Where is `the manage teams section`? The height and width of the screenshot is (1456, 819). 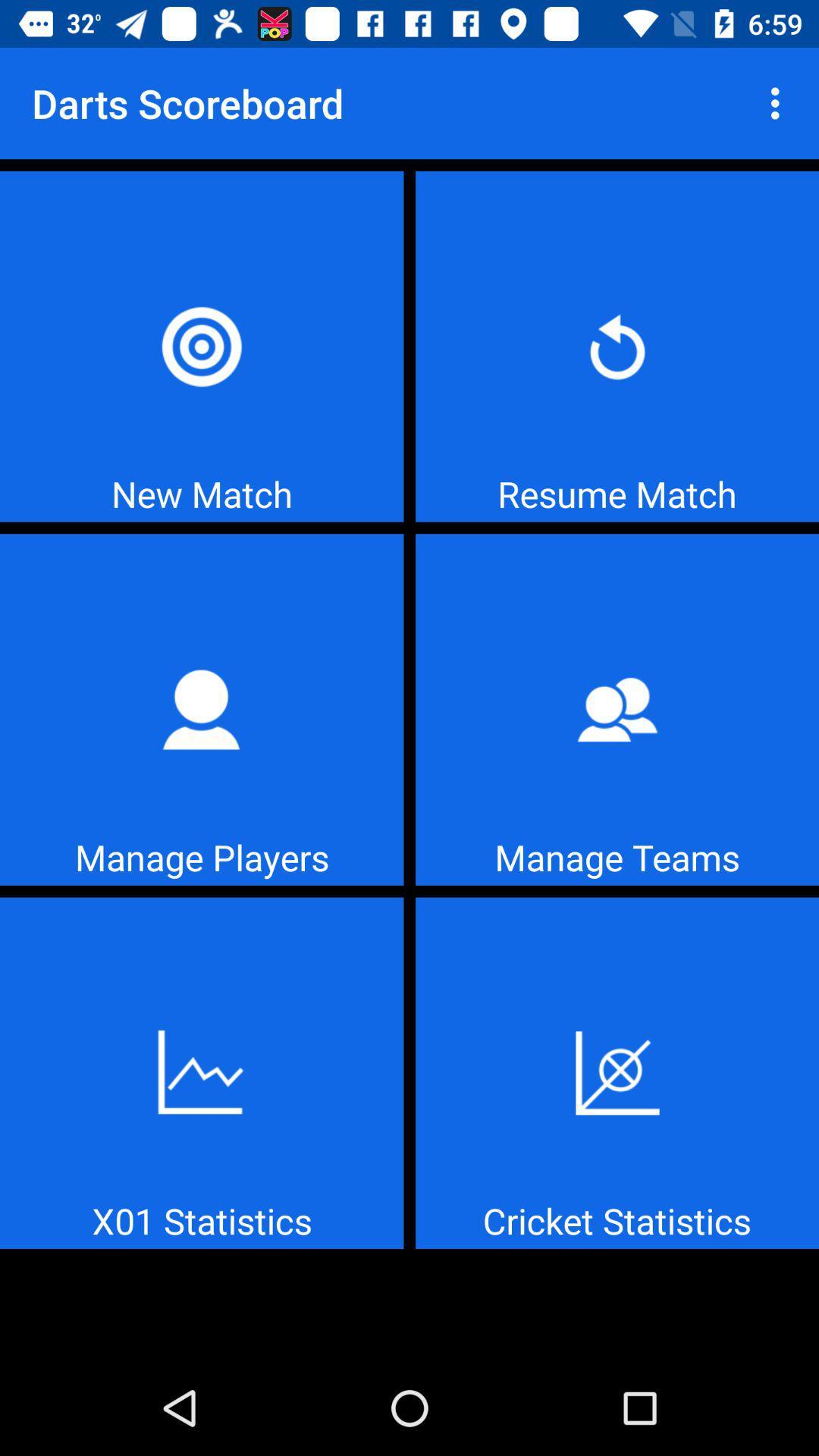 the manage teams section is located at coordinates (617, 709).